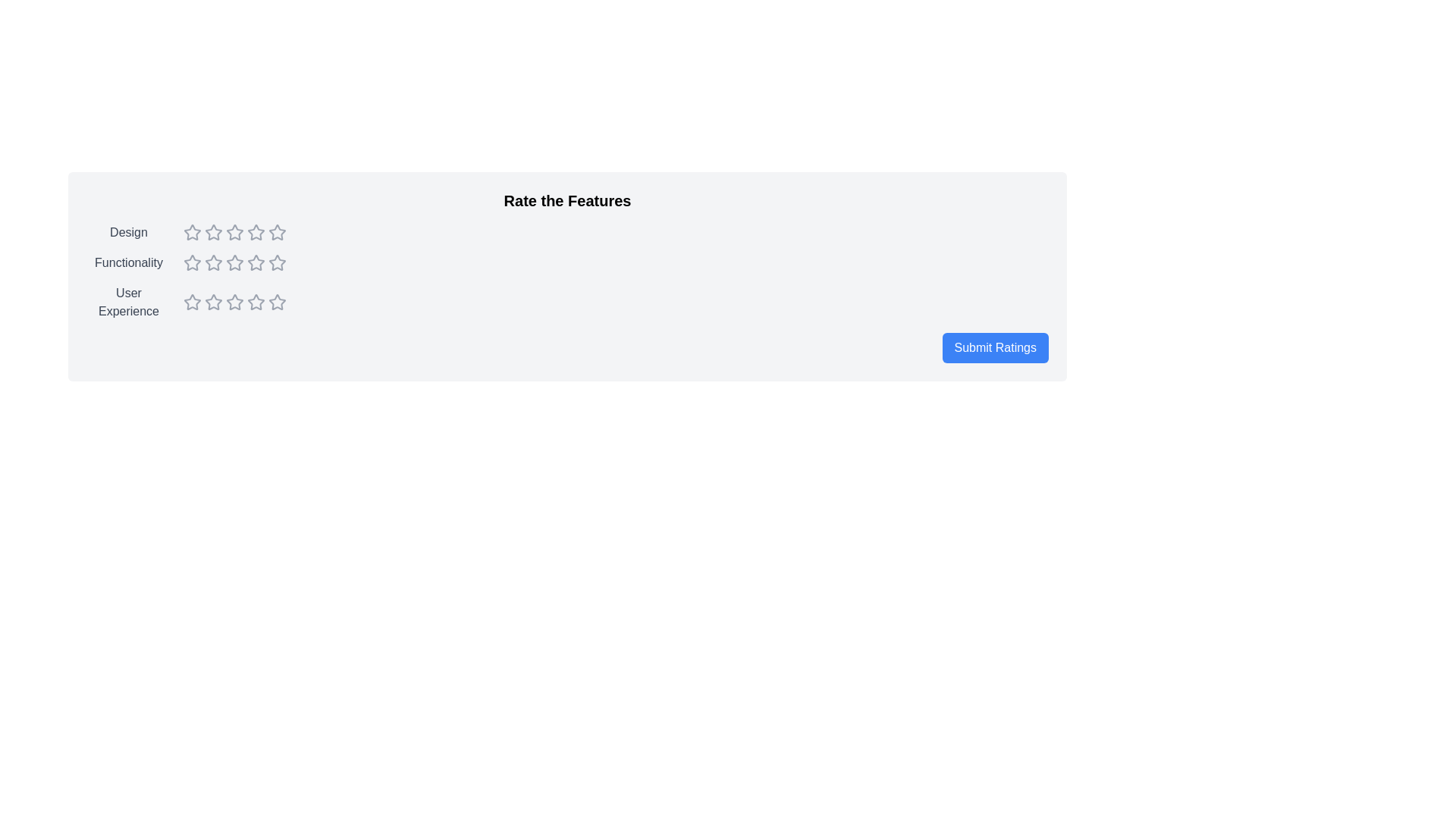 This screenshot has width=1456, height=819. Describe the element at coordinates (234, 262) in the screenshot. I see `the fourth star in the 'Functionality' rating section to assign a rating` at that location.